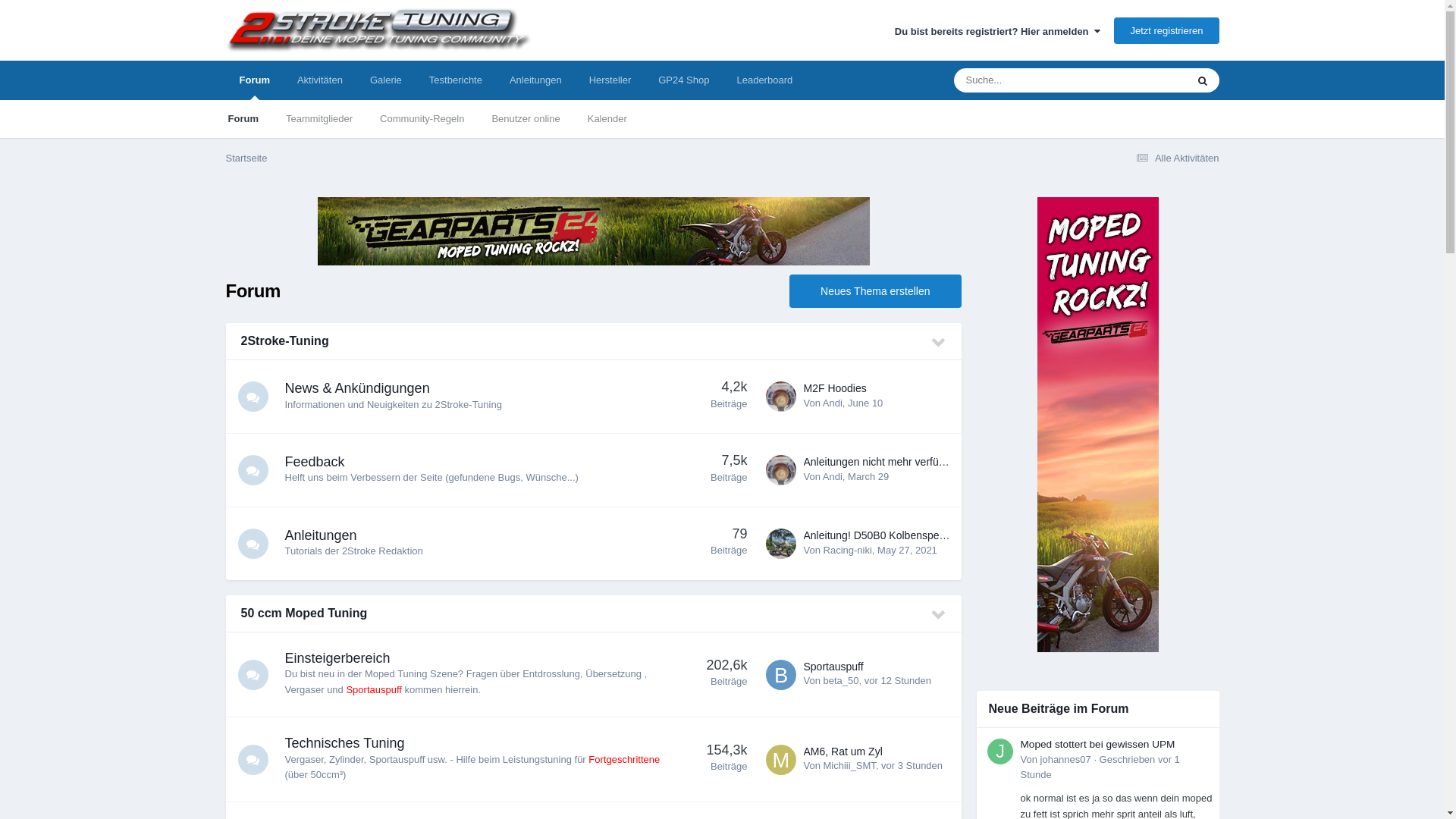  Describe the element at coordinates (303, 612) in the screenshot. I see `'50 ccm Moped Tuning'` at that location.